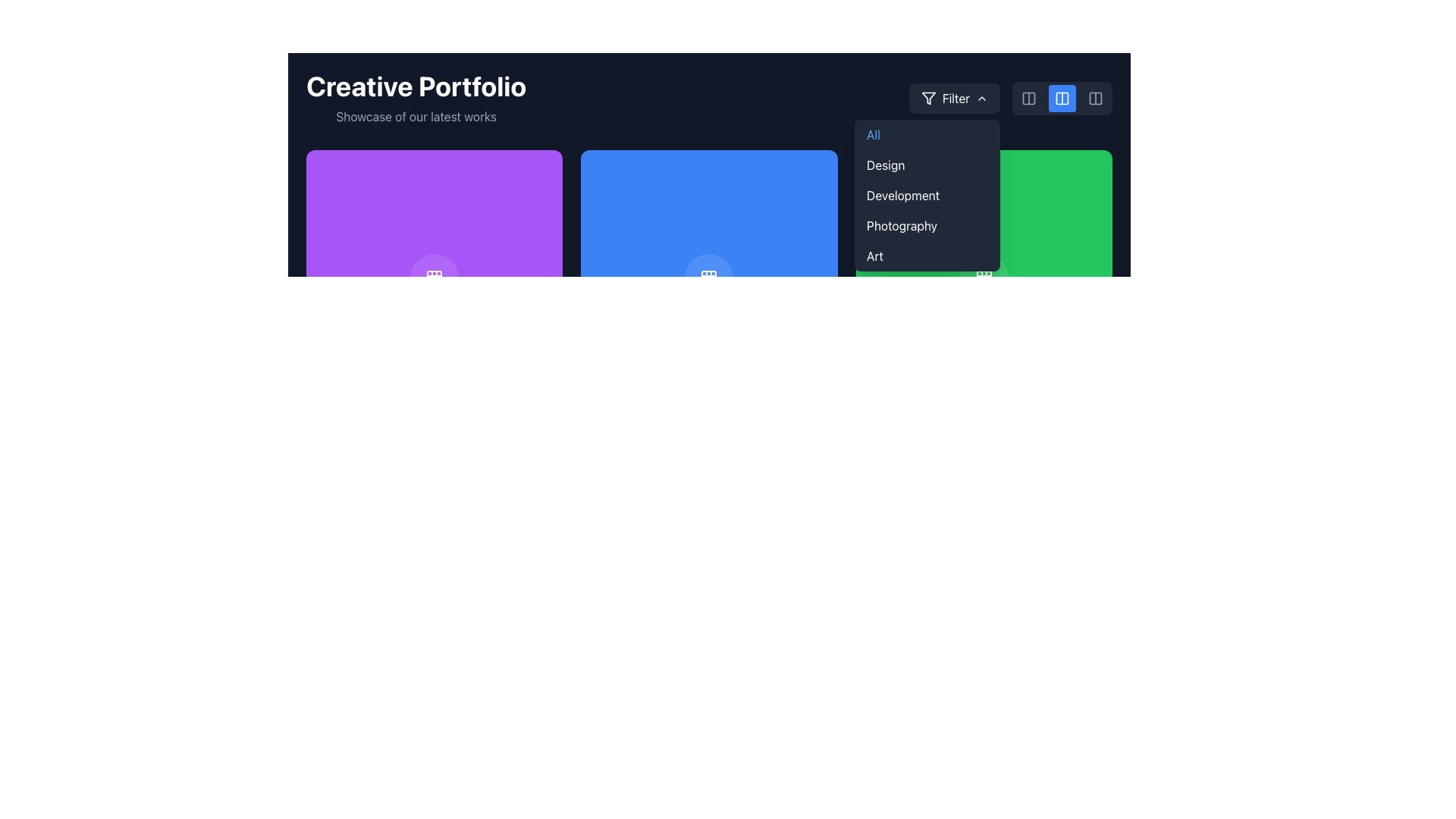 This screenshot has width=1456, height=819. What do you see at coordinates (1029, 99) in the screenshot?
I see `the Icon button resembling two vertical panels` at bounding box center [1029, 99].